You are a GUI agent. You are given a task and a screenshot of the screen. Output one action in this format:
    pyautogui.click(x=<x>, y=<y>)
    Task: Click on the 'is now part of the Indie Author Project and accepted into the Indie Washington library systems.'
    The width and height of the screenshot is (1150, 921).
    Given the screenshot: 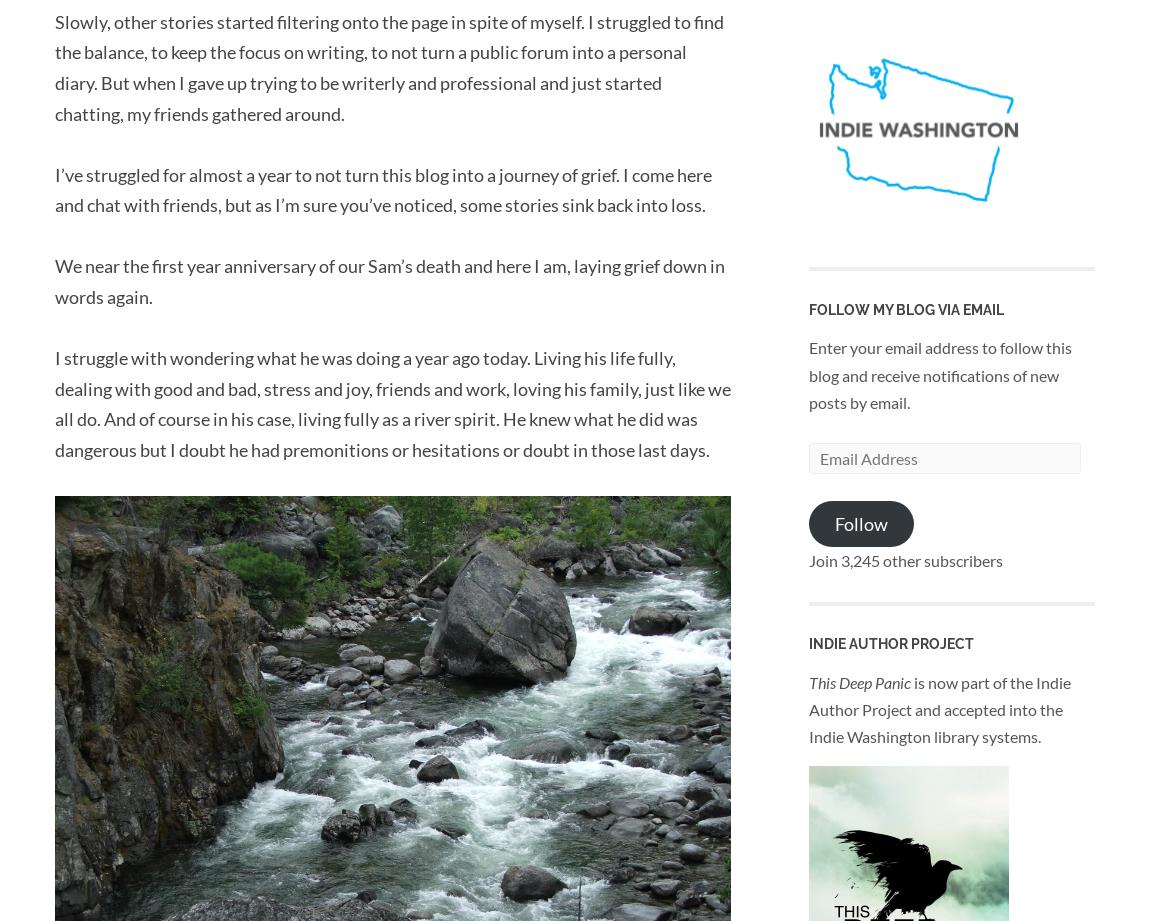 What is the action you would take?
    pyautogui.click(x=940, y=708)
    